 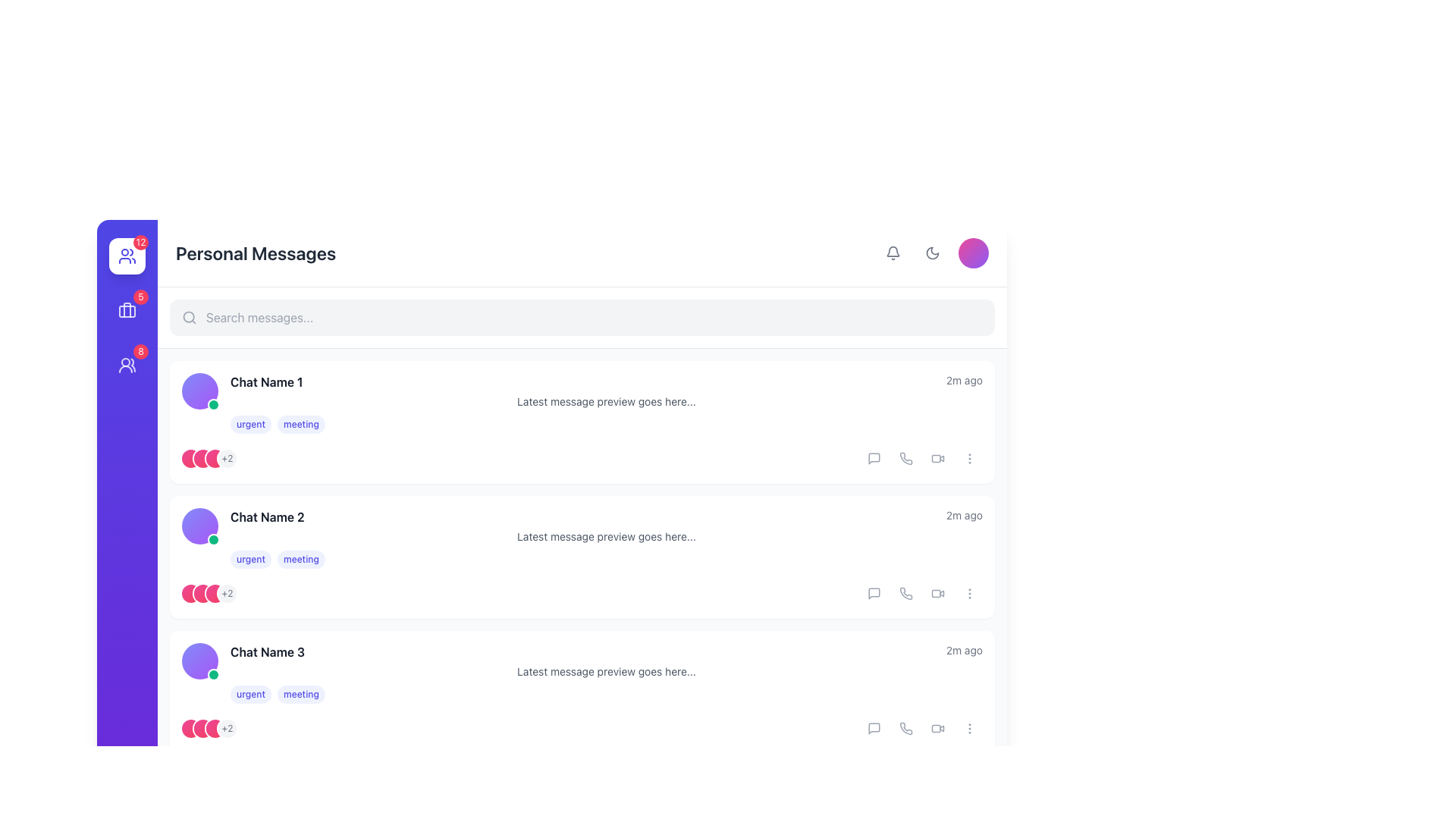 What do you see at coordinates (874, 458) in the screenshot?
I see `the messaging icon located in the 'Chat Name 1' section, aligned to the right side and the first icon in a horizontal sequence` at bounding box center [874, 458].